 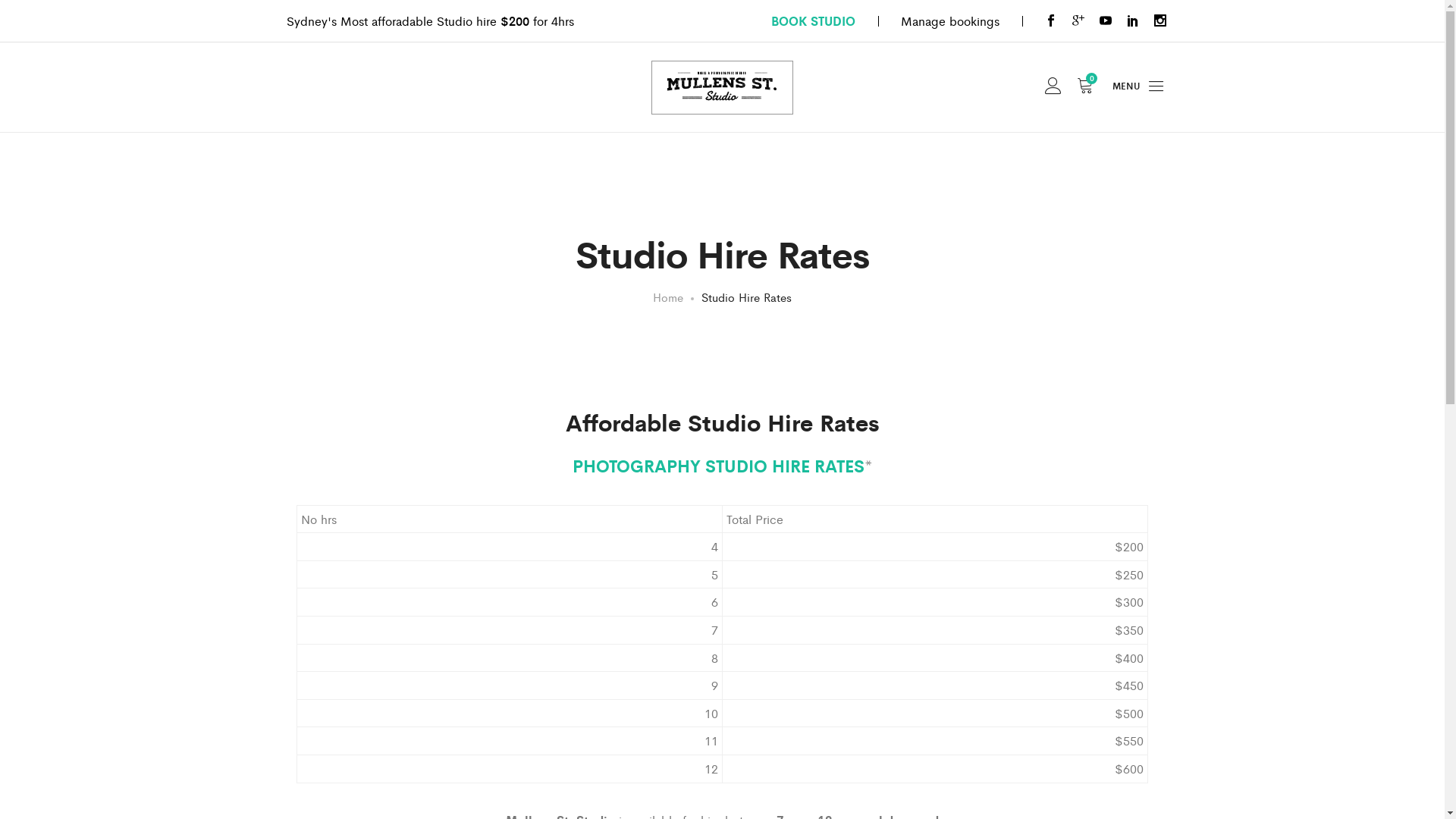 What do you see at coordinates (811, 20) in the screenshot?
I see `'BOOK STUDIO'` at bounding box center [811, 20].